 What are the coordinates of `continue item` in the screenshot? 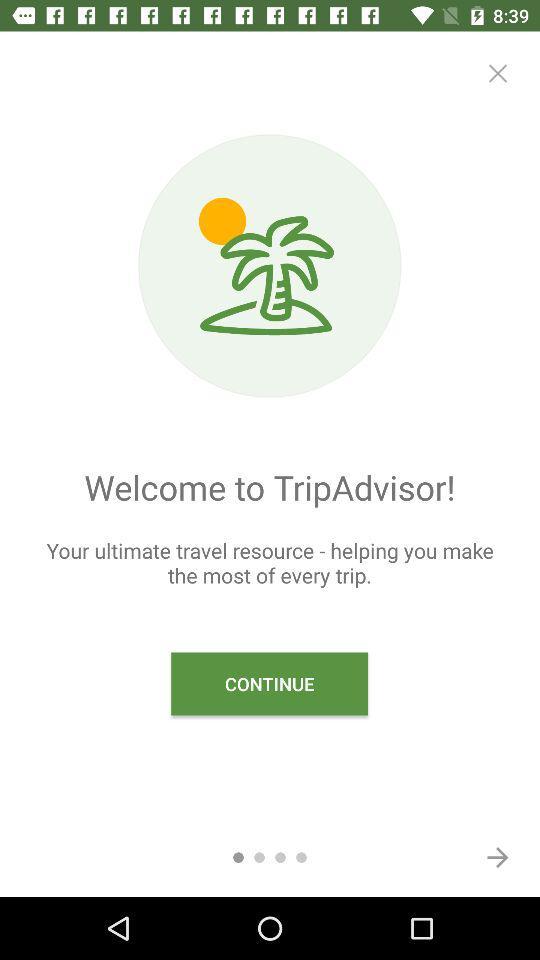 It's located at (269, 684).